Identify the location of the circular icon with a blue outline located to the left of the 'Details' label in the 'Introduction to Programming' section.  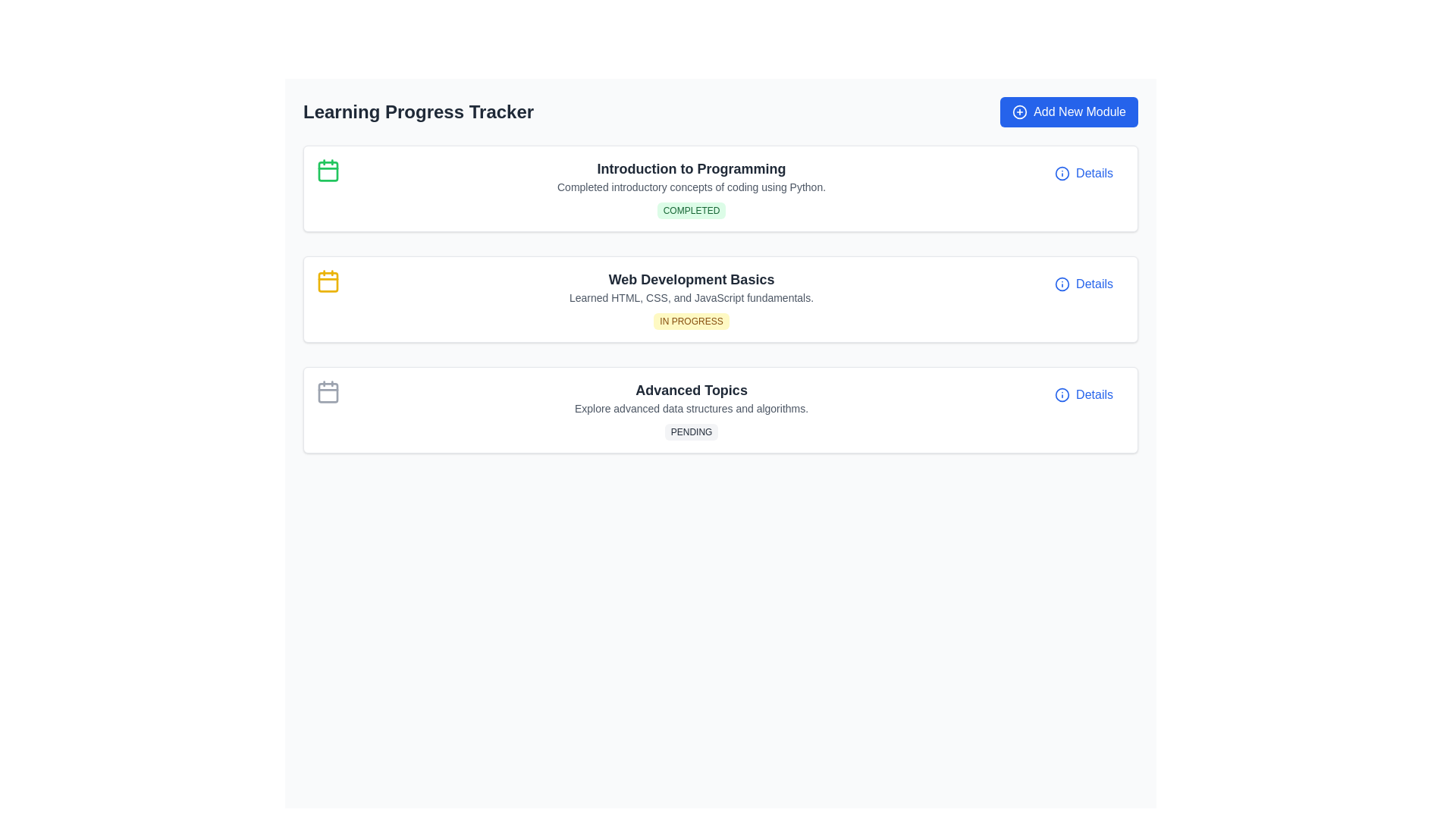
(1062, 172).